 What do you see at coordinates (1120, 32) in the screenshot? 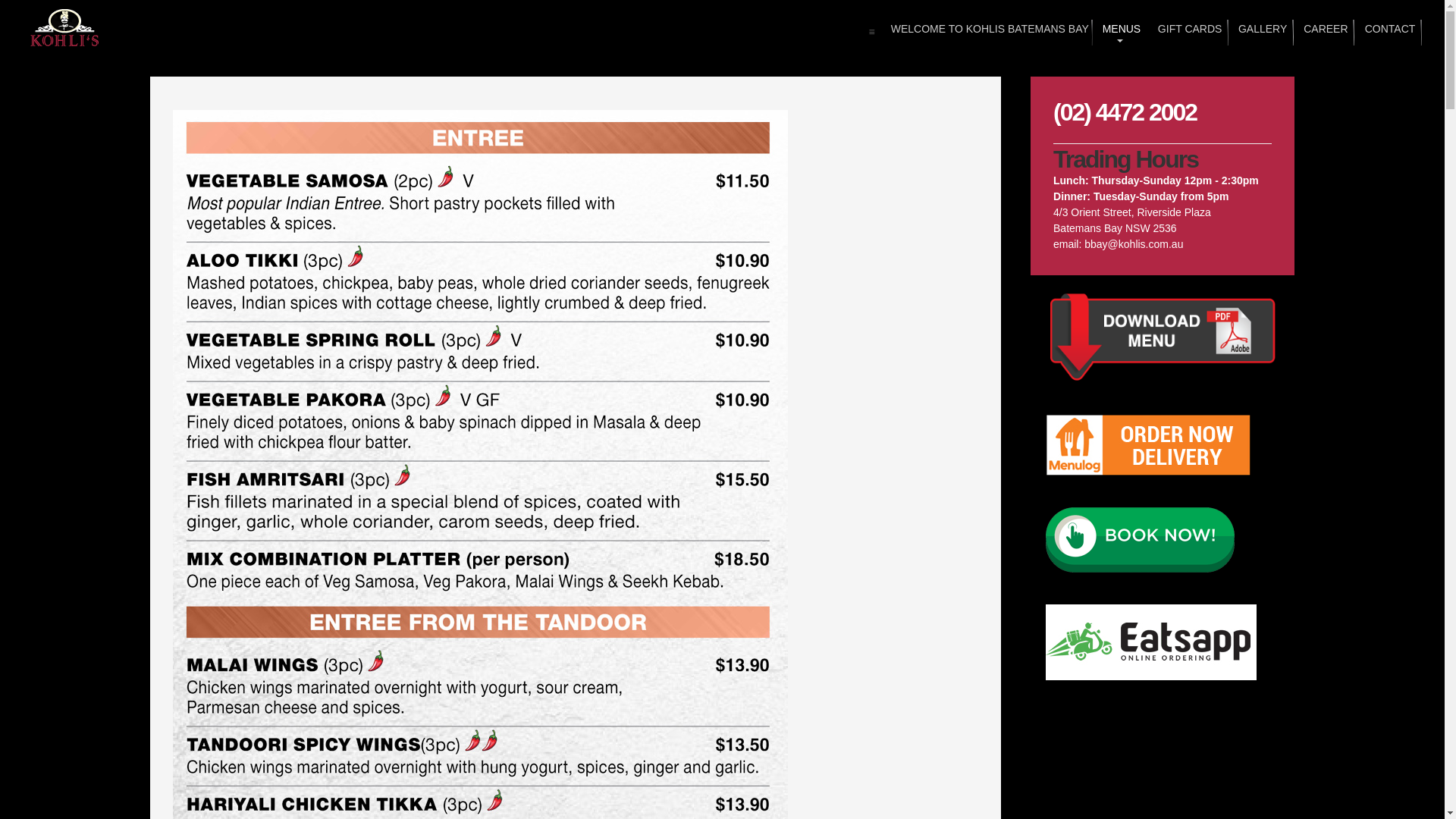
I see `'MENUS'` at bounding box center [1120, 32].